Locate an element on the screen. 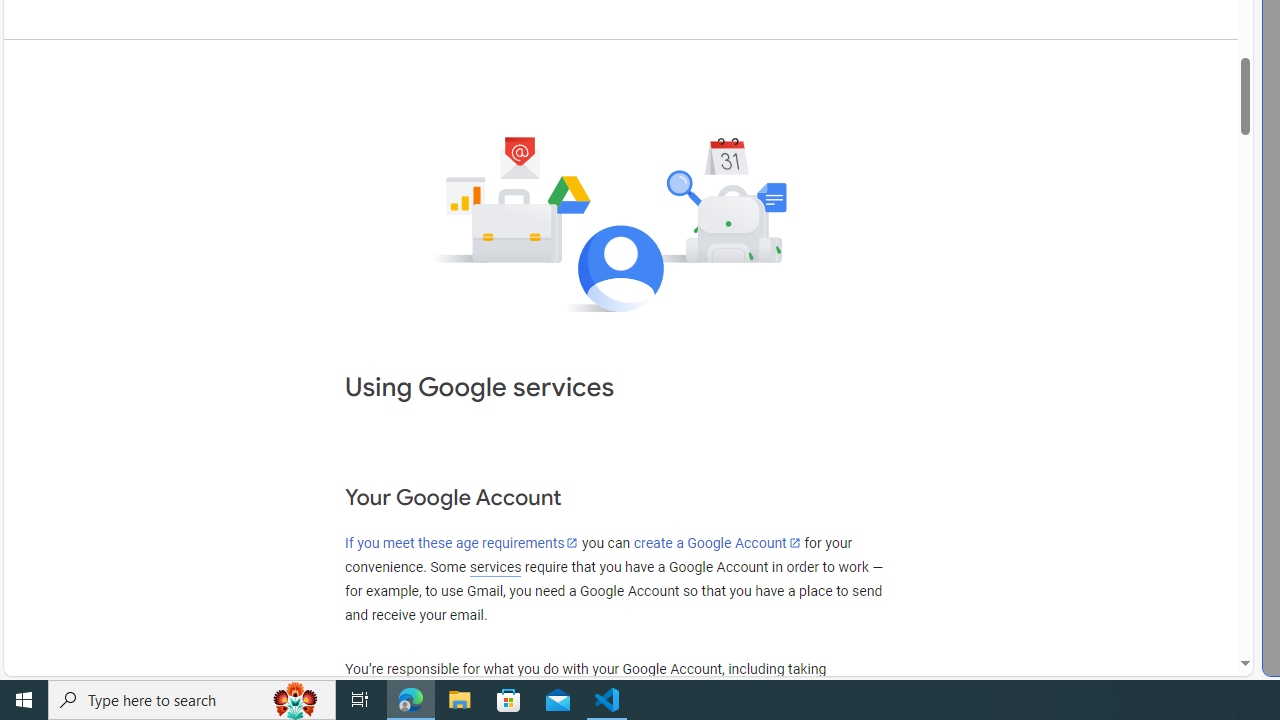 The image size is (1280, 720). 'File Explorer' is located at coordinates (459, 698).